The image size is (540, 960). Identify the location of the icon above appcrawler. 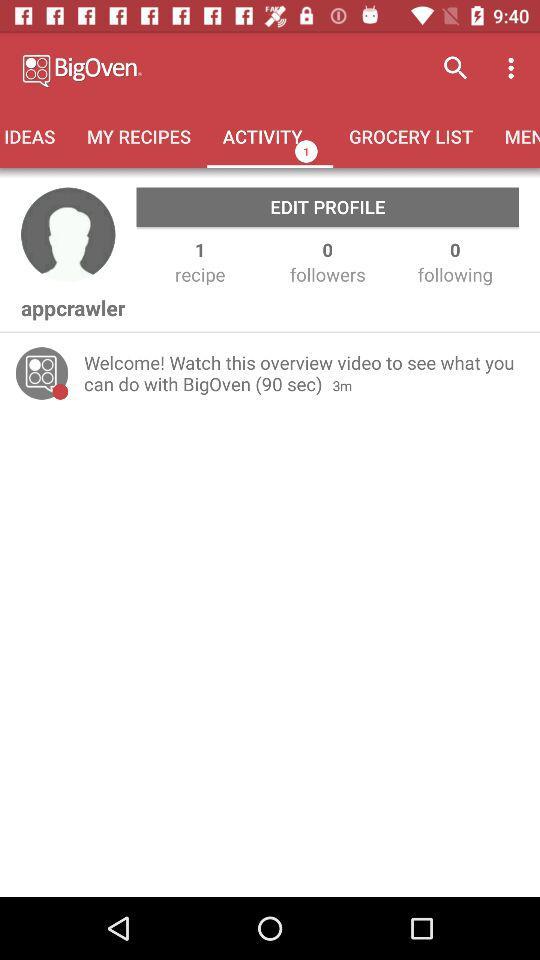
(67, 235).